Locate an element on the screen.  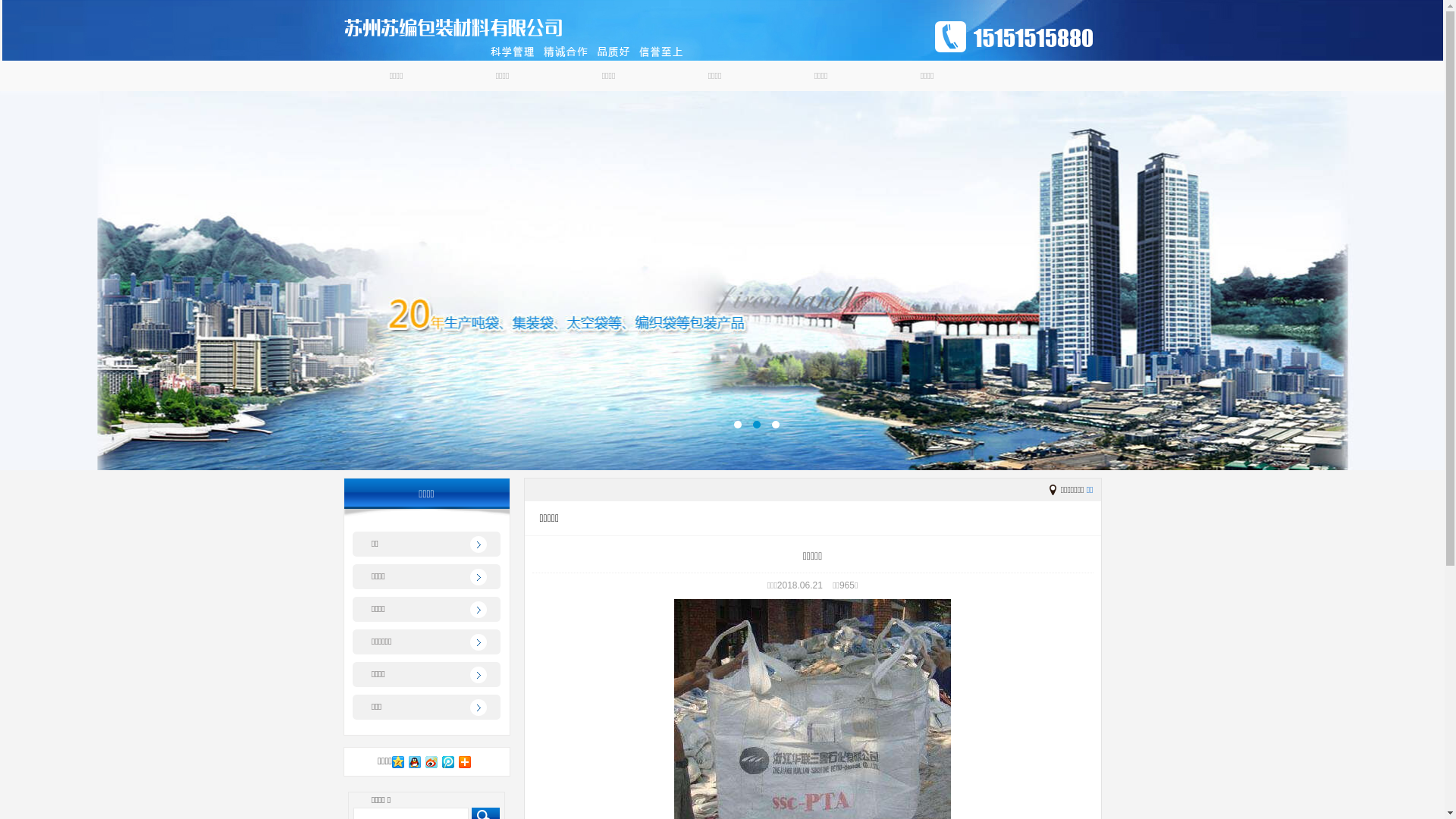
'3' is located at coordinates (775, 424).